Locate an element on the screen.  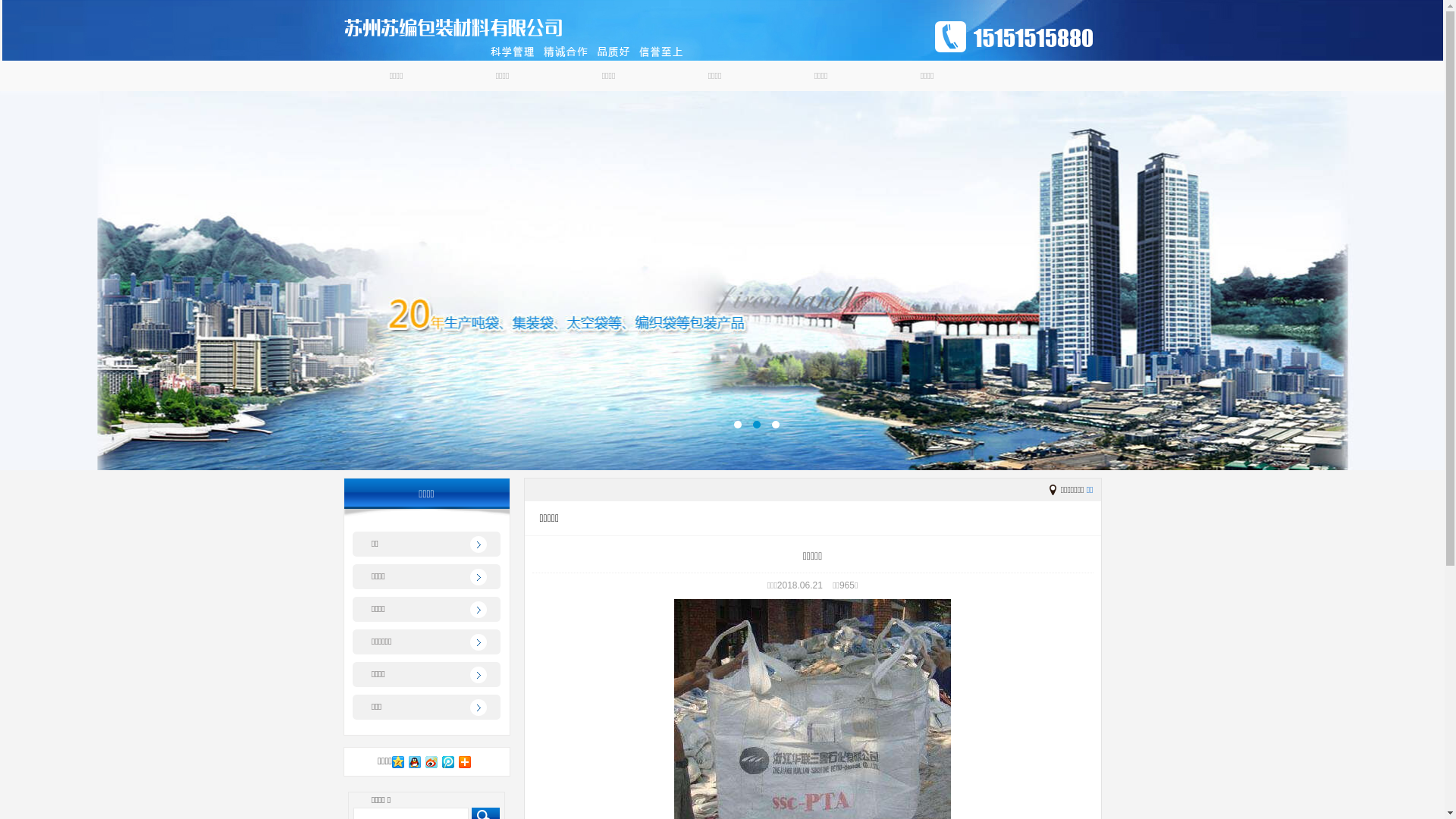
'3' is located at coordinates (775, 424).